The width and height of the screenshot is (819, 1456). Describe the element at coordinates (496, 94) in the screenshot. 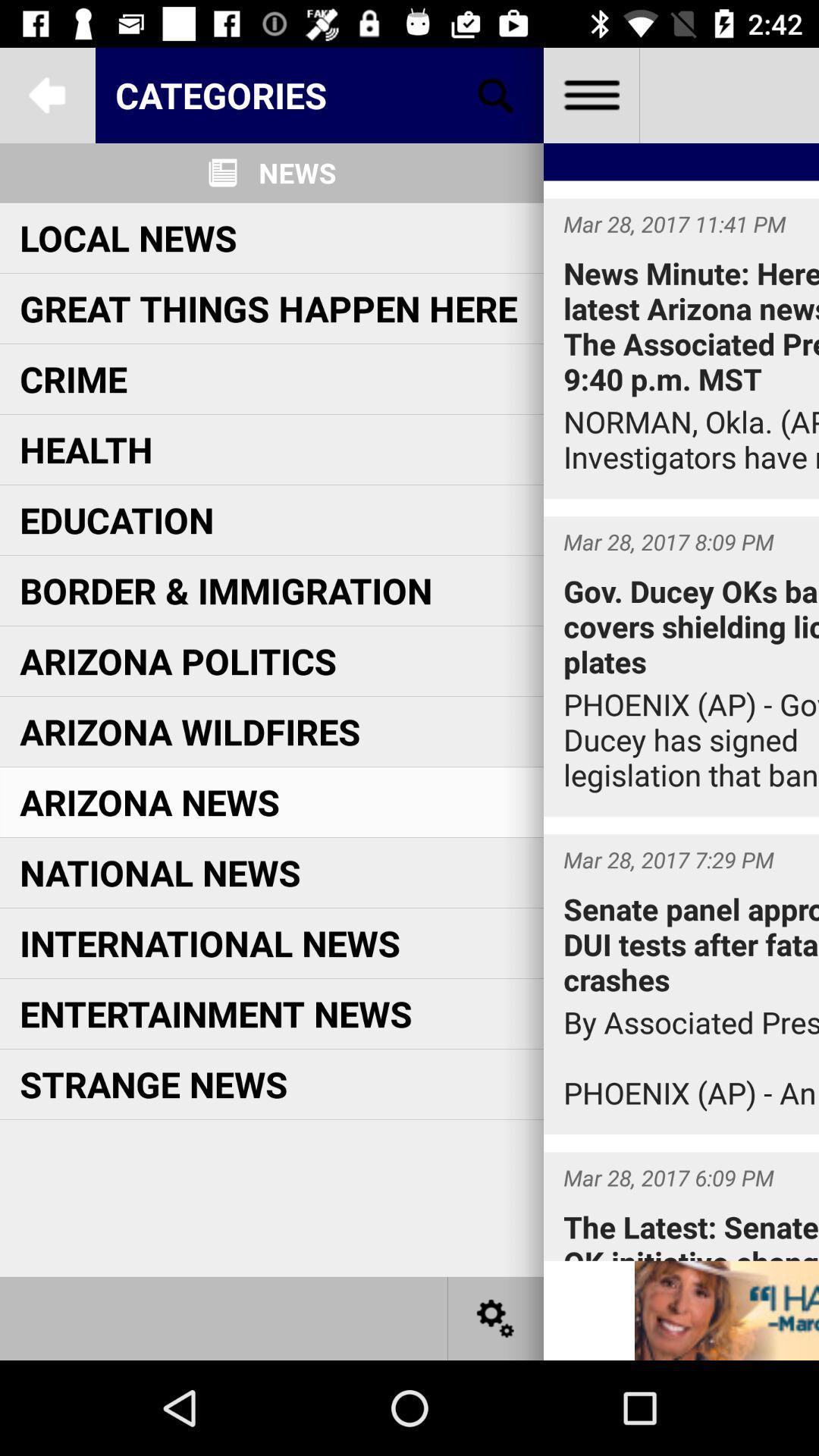

I see `the search icon` at that location.